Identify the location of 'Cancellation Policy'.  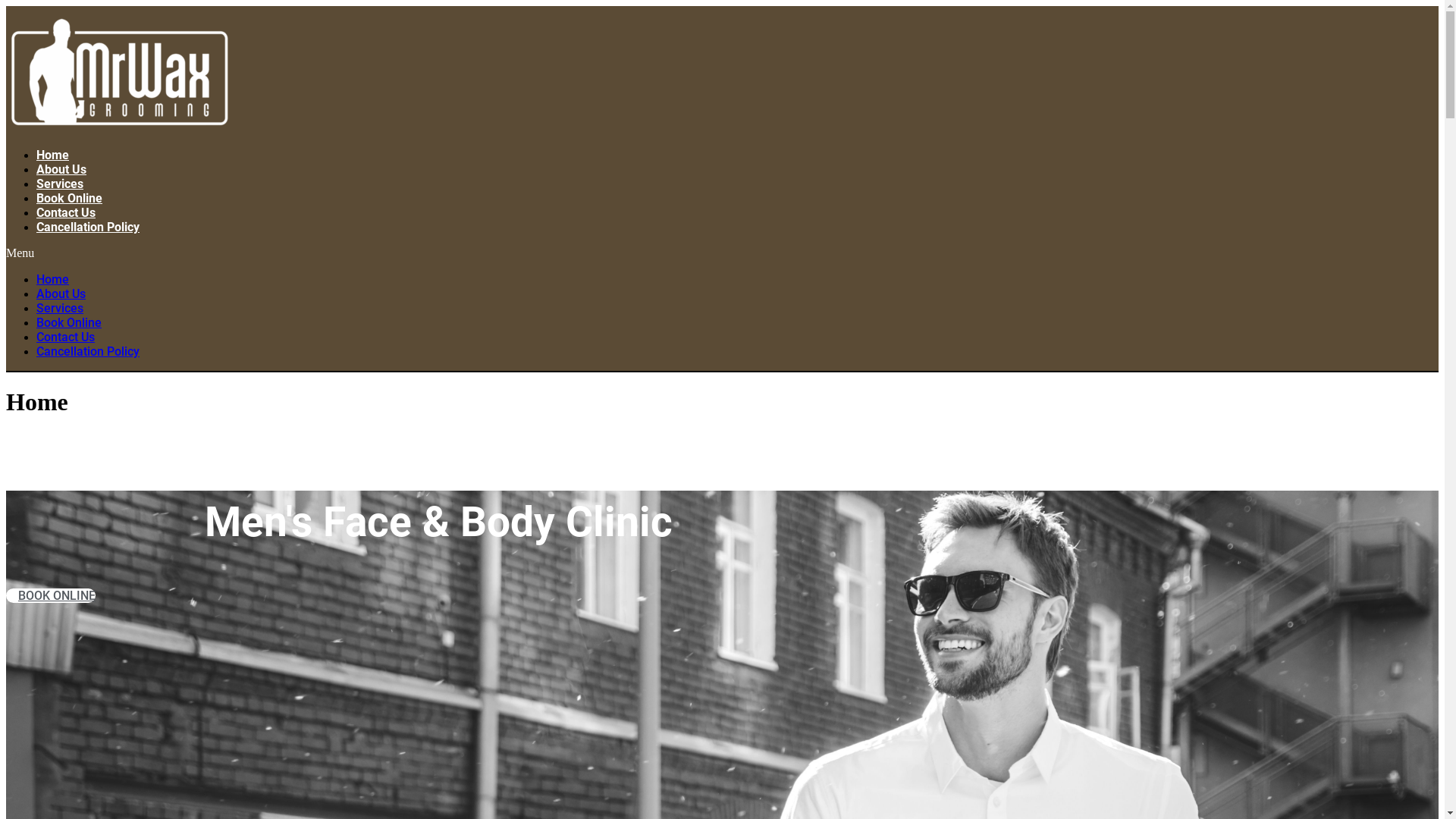
(86, 227).